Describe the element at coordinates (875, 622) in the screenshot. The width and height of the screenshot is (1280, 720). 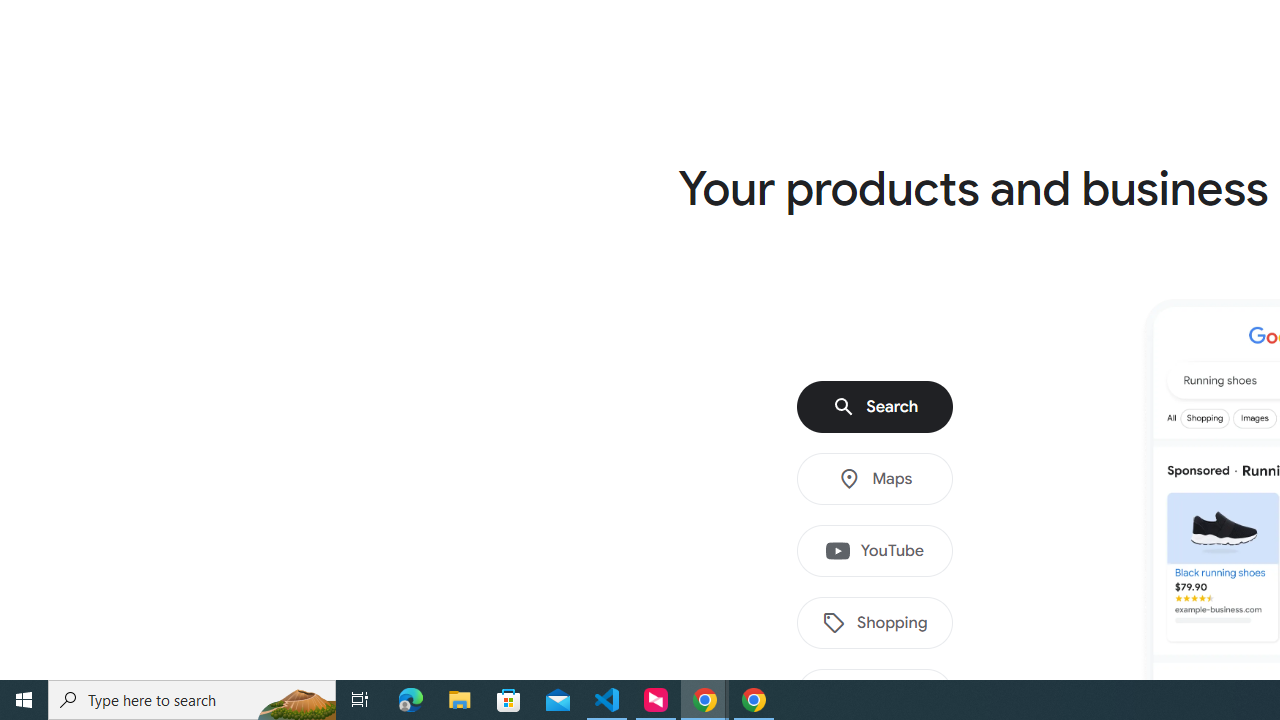
I see `'Shopping'` at that location.